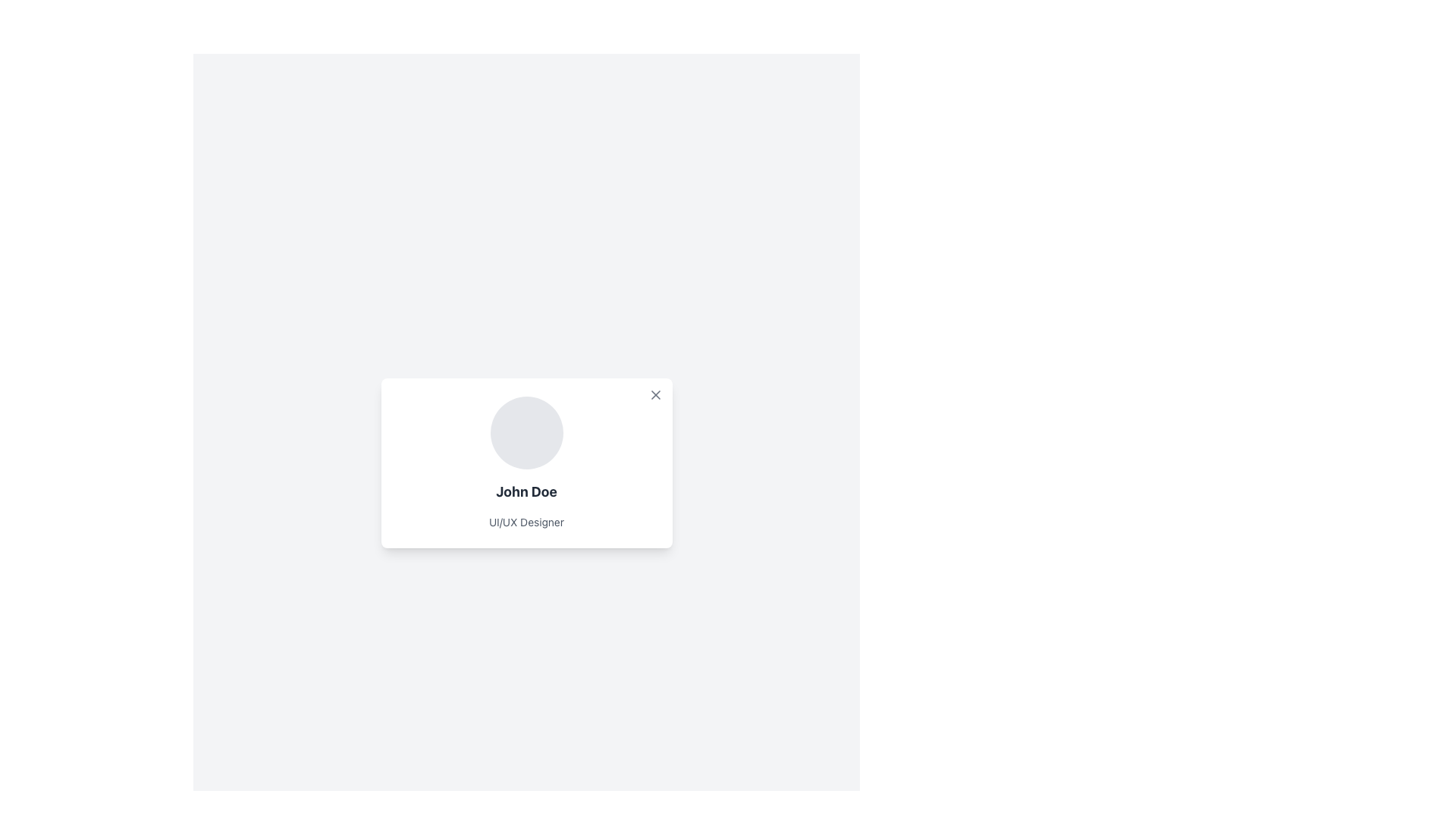 The width and height of the screenshot is (1456, 819). I want to click on displayed text 'John Doe' which is in bold, large font and dark gray color, positioned centrally below the avatar in a card layout, so click(526, 491).